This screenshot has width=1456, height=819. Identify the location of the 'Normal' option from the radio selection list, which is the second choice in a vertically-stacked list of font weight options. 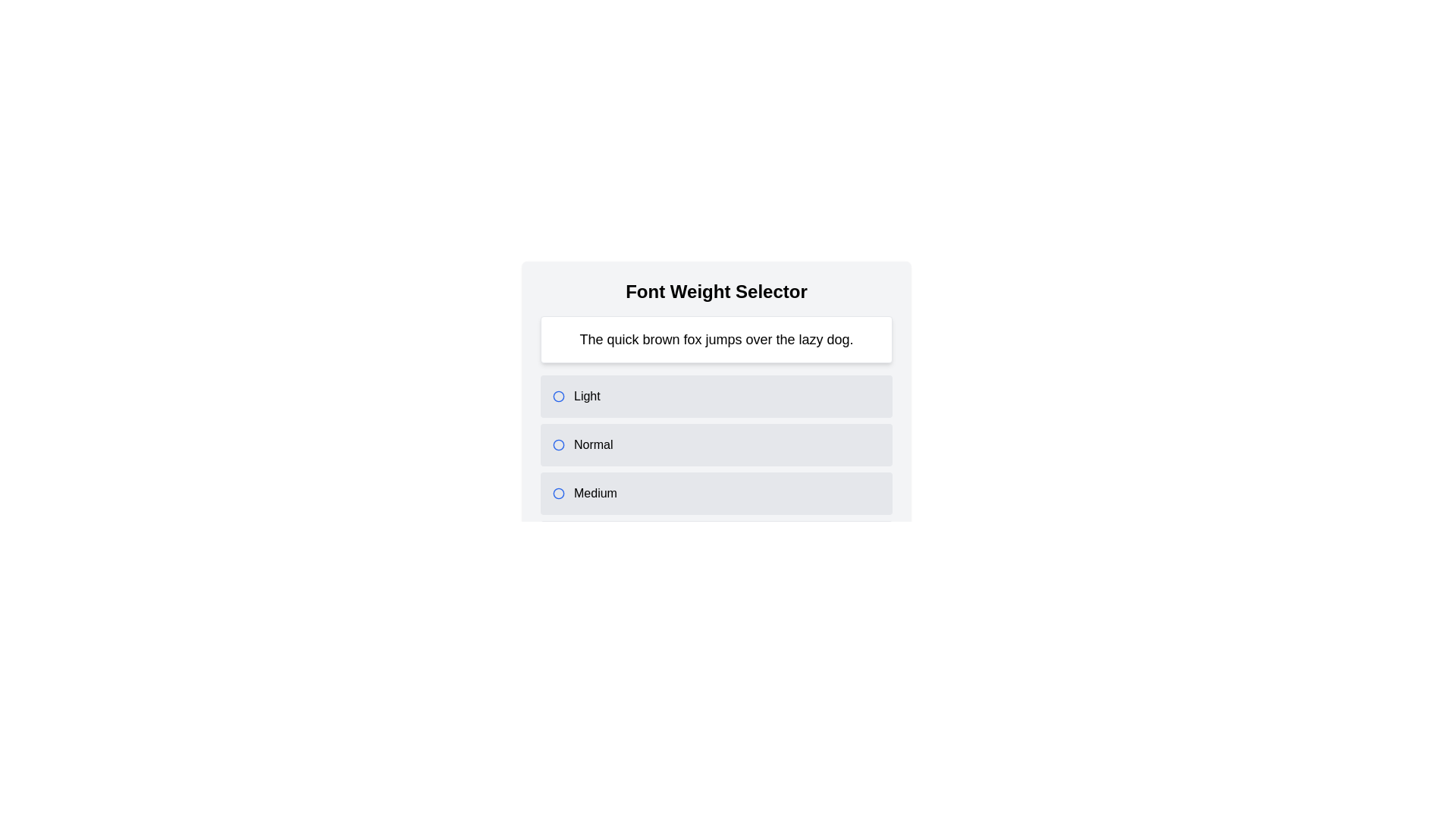
(716, 444).